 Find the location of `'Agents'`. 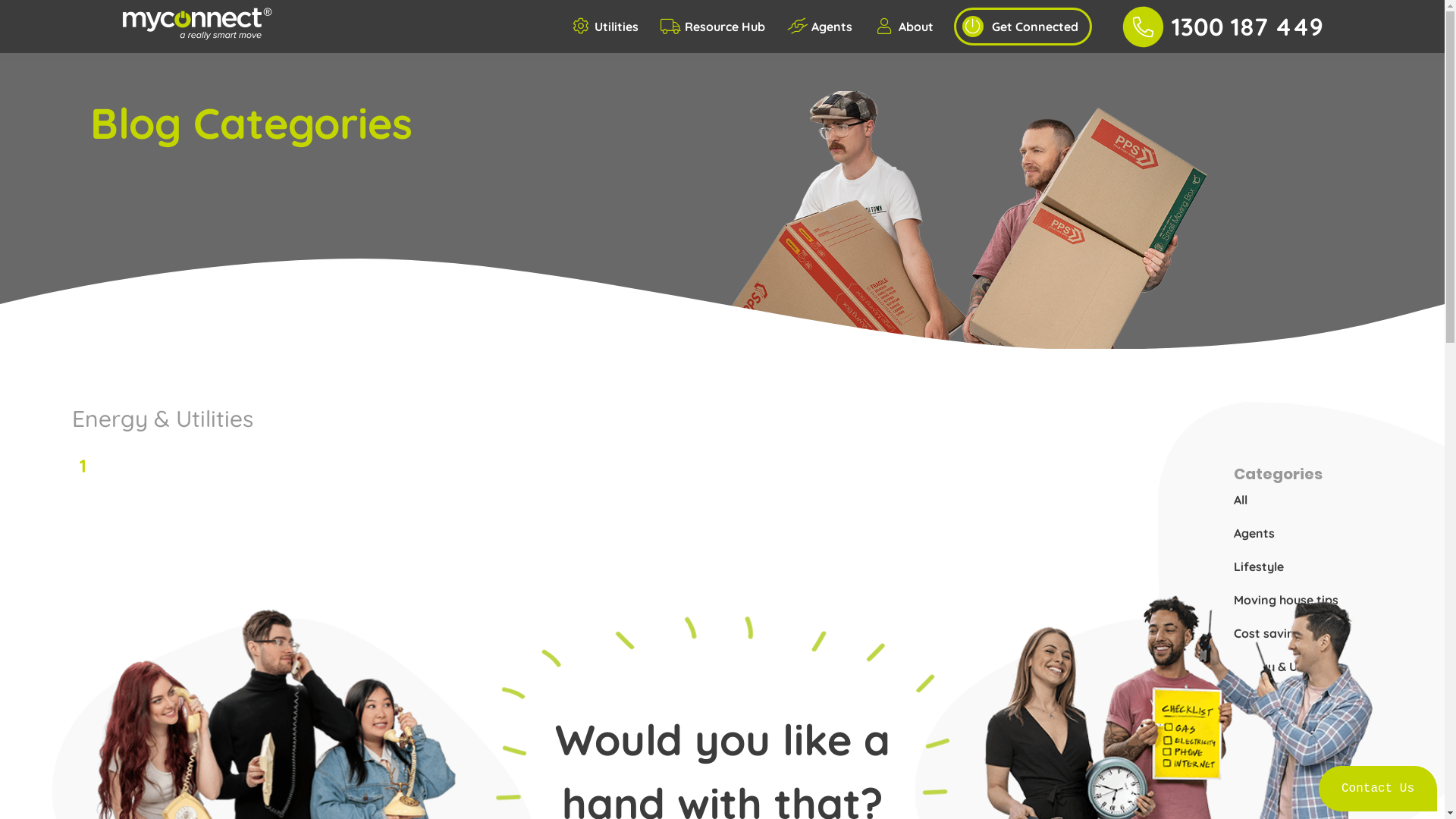

'Agents' is located at coordinates (821, 26).